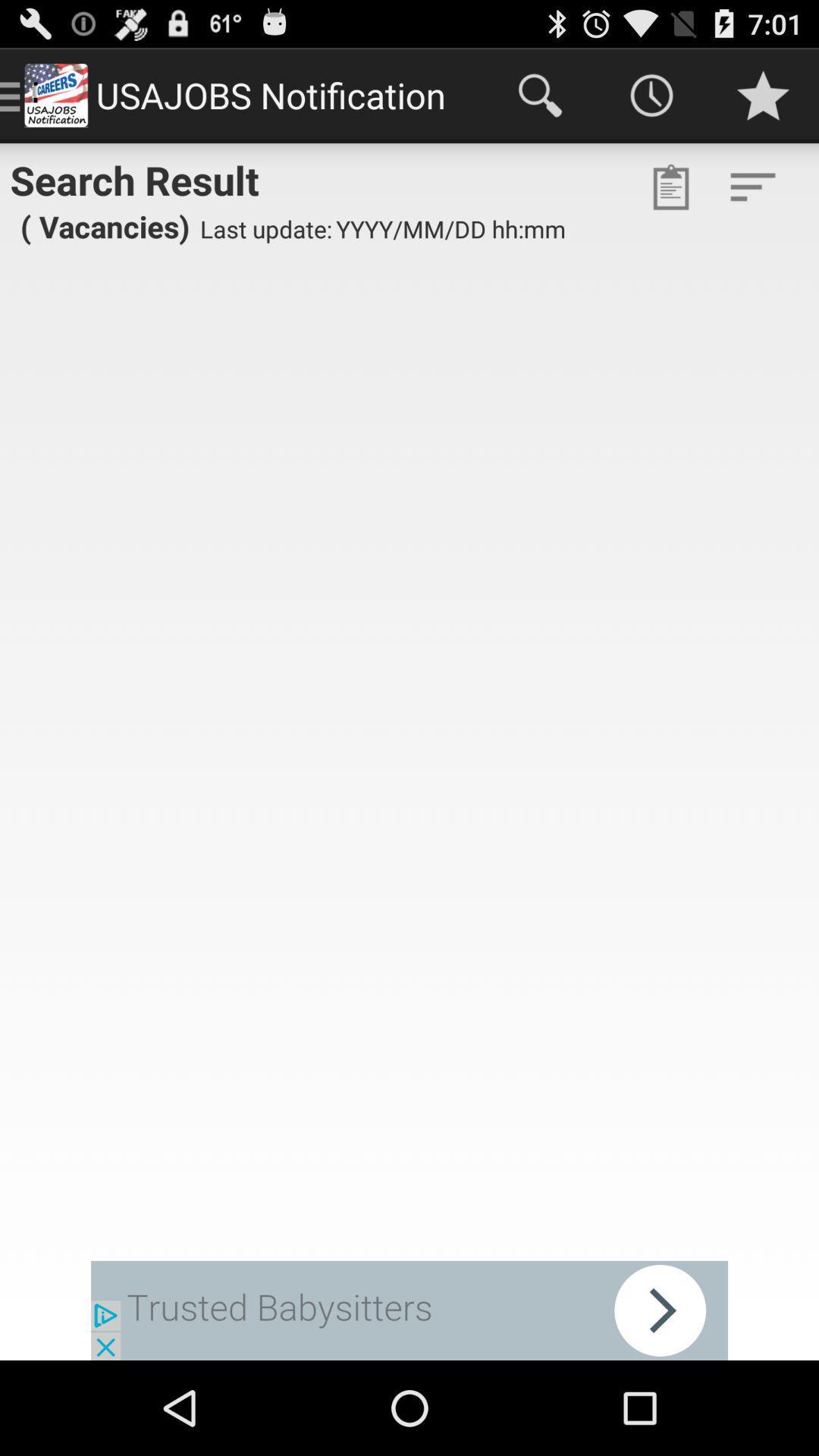  I want to click on the filter_list icon, so click(752, 190).